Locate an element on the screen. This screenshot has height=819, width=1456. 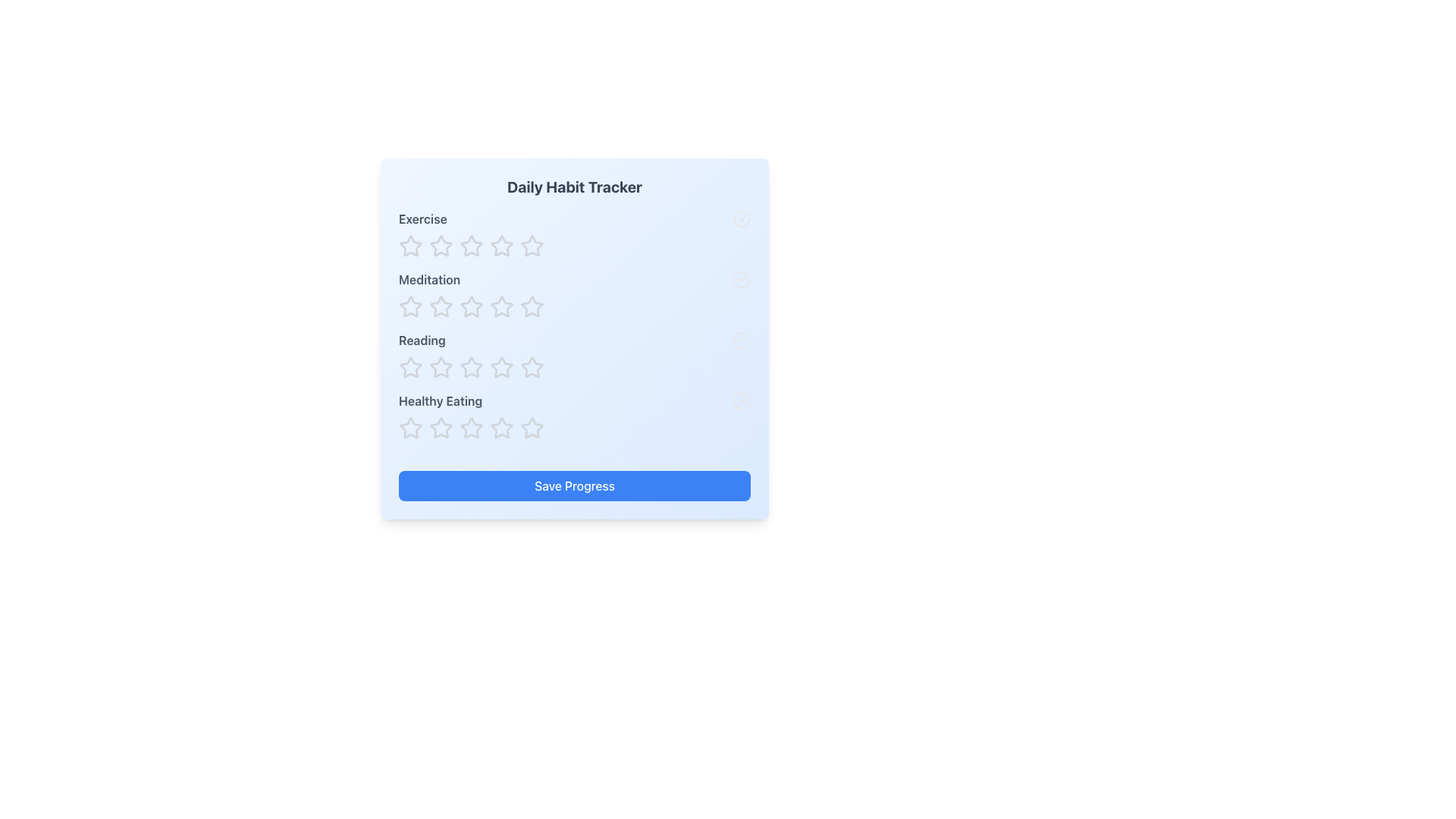
the third rating star icon in the 'Daily Habit Tracker' interface is located at coordinates (411, 367).